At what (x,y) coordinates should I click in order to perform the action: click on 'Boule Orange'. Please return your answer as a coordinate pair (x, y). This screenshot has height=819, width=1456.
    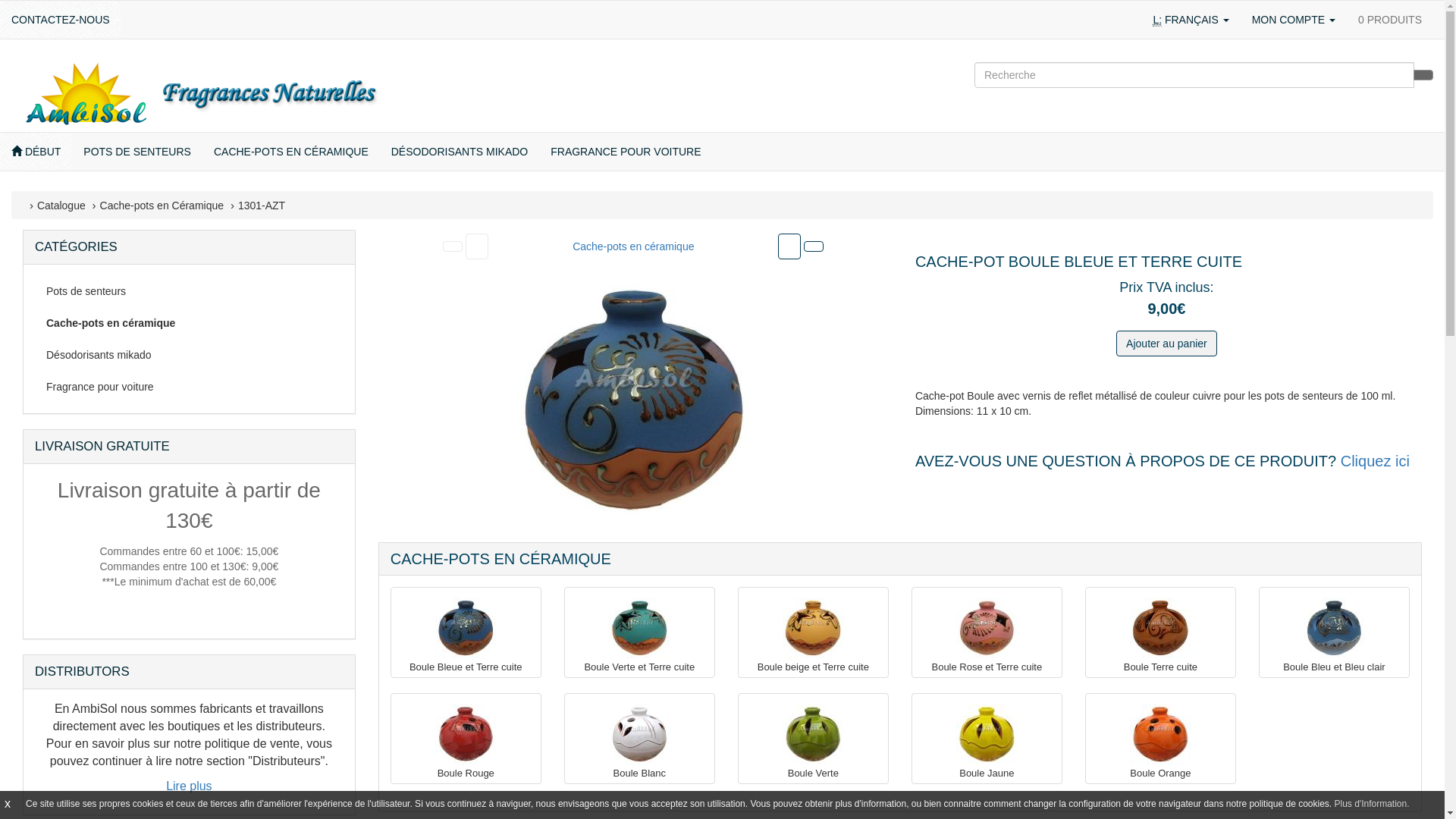
    Looking at the image, I should click on (1159, 773).